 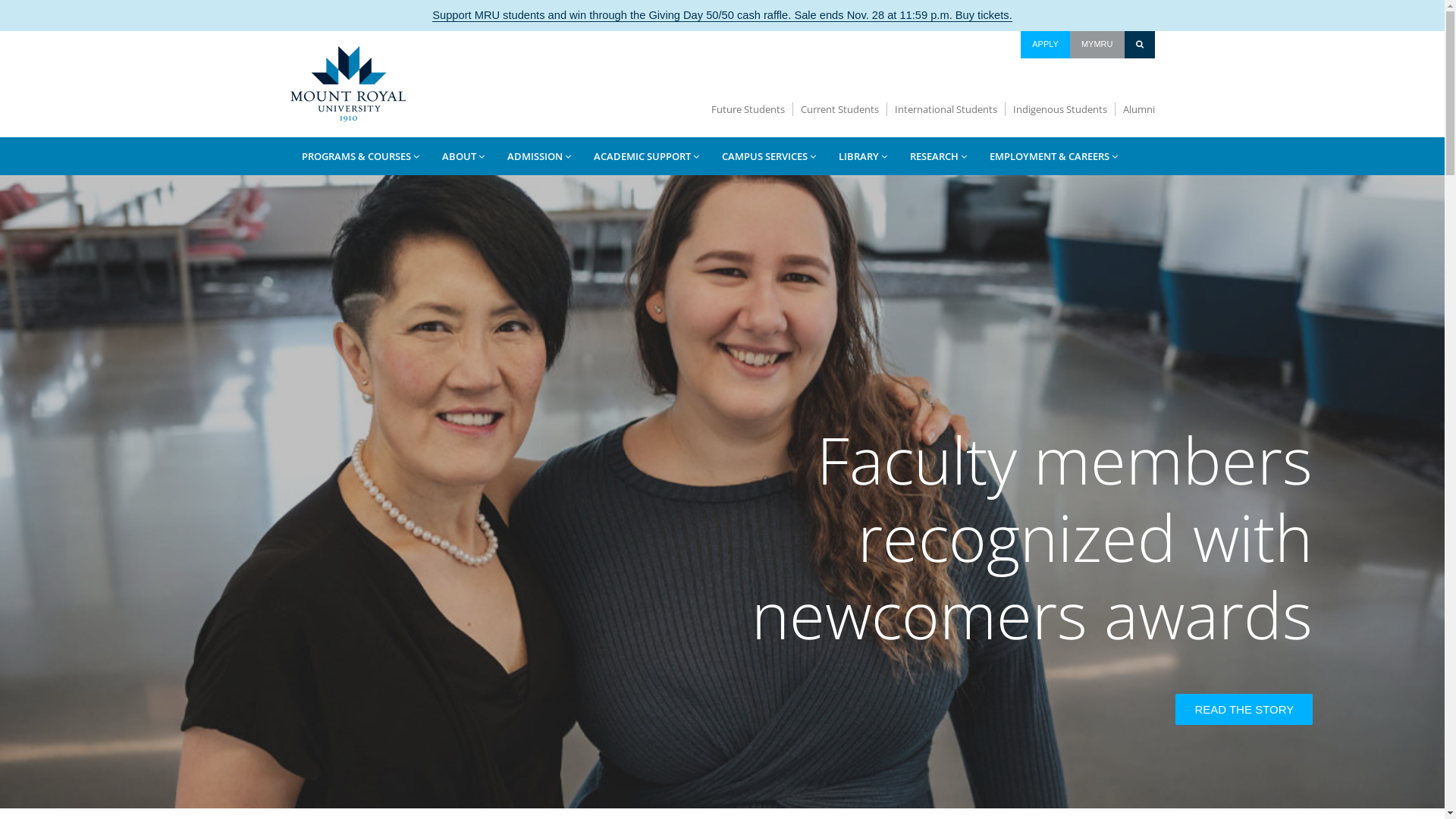 I want to click on 'READ THE STORY', so click(x=1244, y=709).